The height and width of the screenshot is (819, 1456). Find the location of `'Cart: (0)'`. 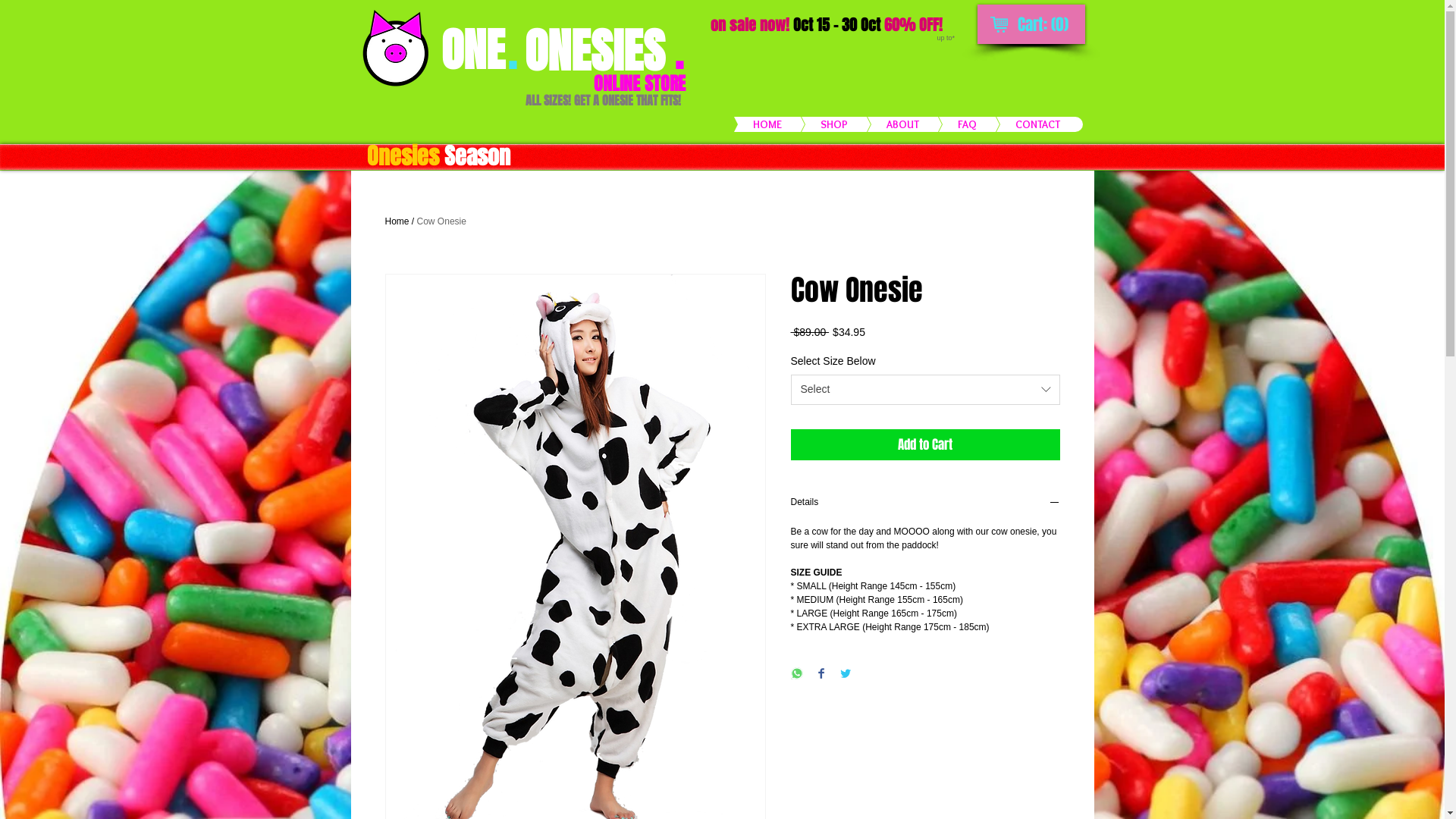

'Cart: (0)' is located at coordinates (1018, 25).